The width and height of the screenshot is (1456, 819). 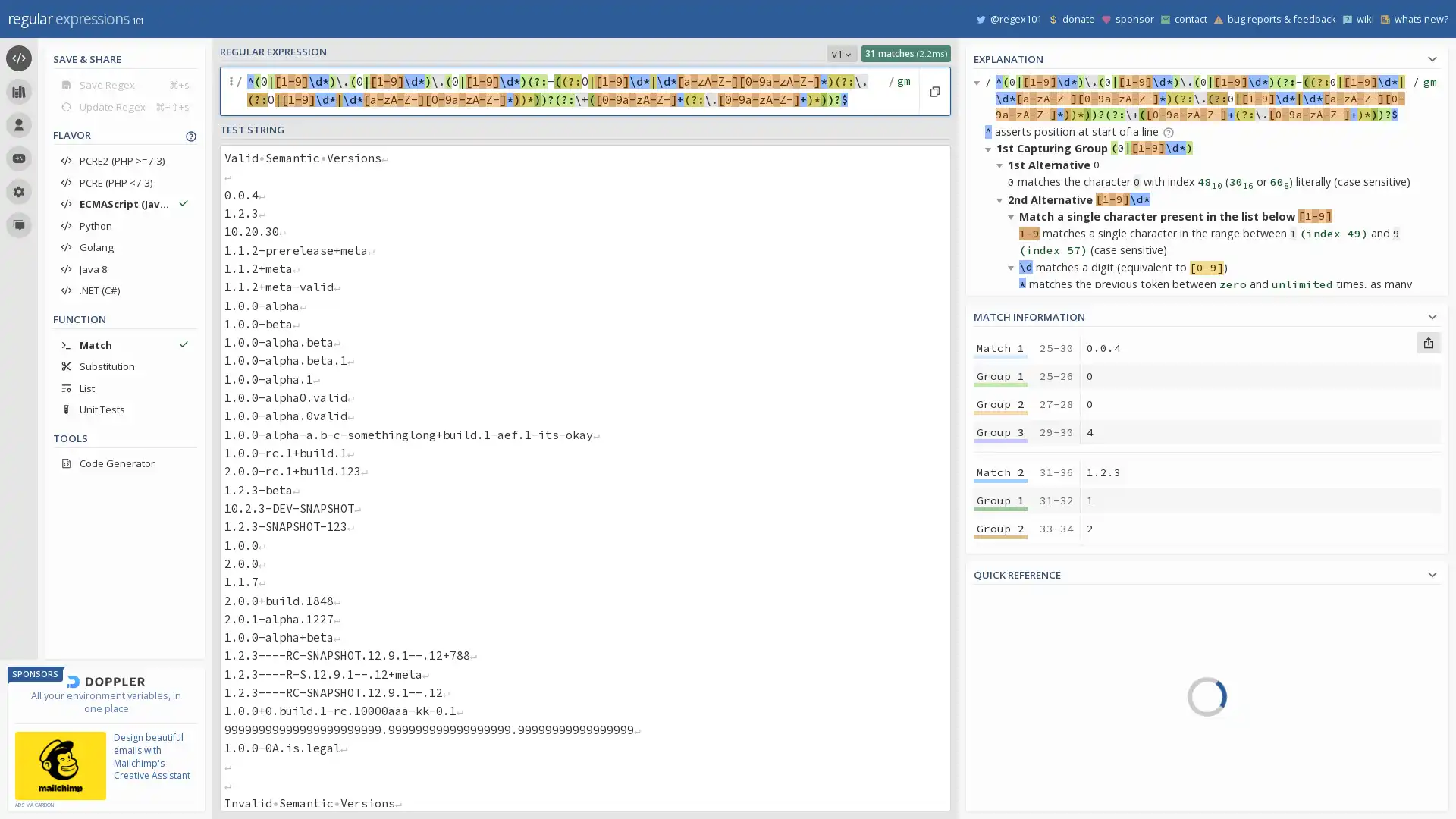 I want to click on Group 3, so click(x=1000, y=680).